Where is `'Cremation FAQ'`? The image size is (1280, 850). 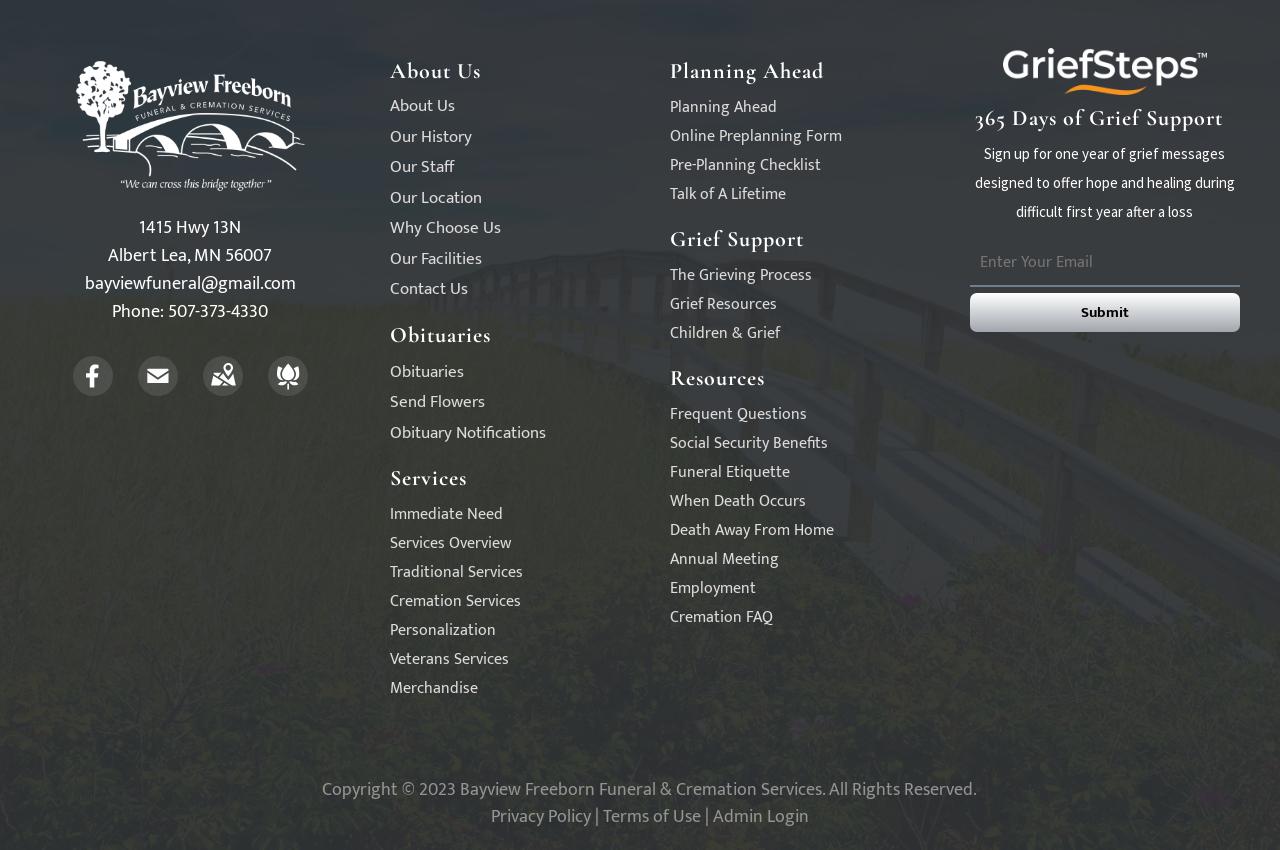
'Cremation FAQ' is located at coordinates (720, 616).